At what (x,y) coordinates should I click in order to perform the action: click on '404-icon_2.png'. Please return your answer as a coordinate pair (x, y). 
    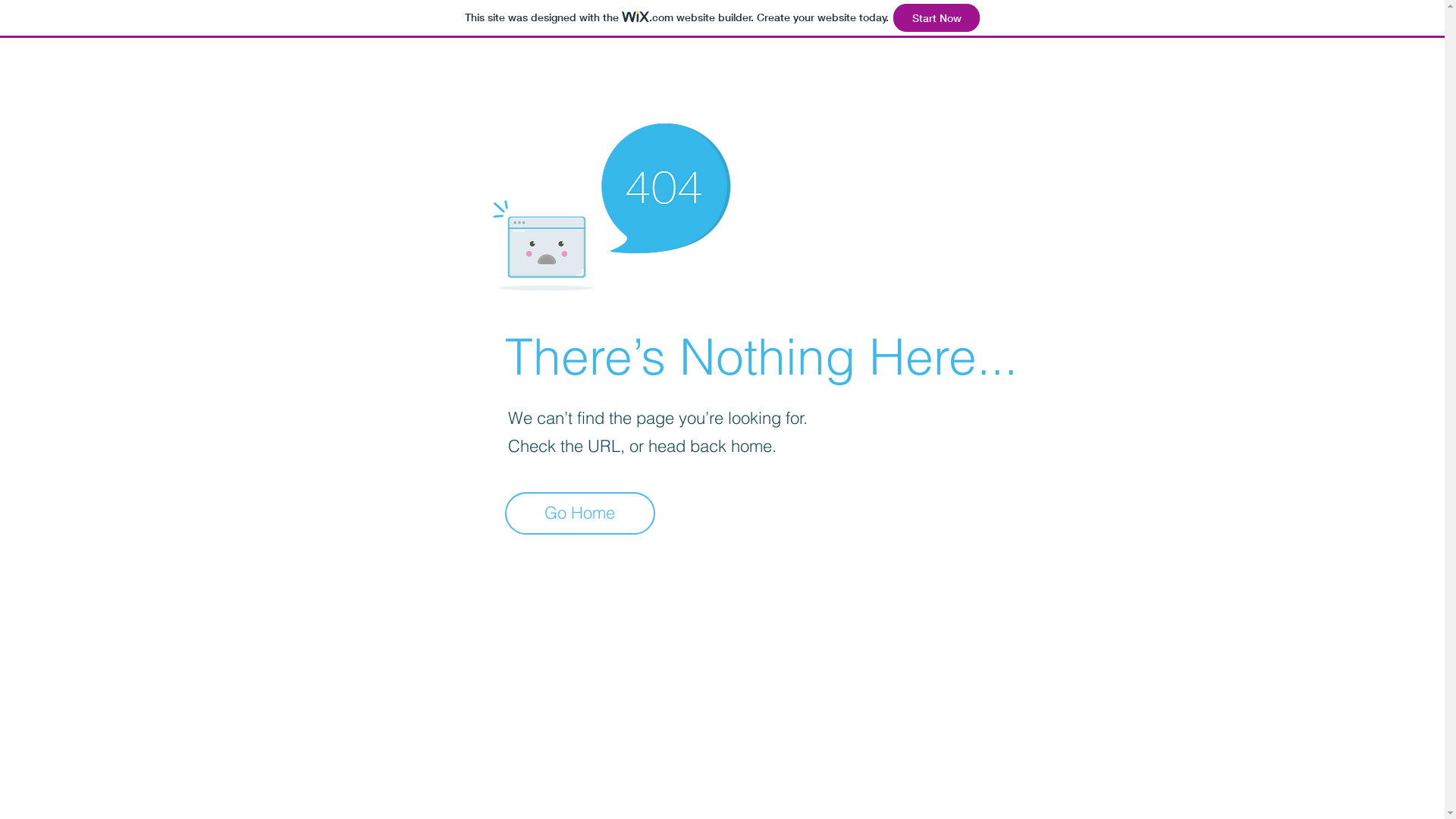
    Looking at the image, I should click on (610, 202).